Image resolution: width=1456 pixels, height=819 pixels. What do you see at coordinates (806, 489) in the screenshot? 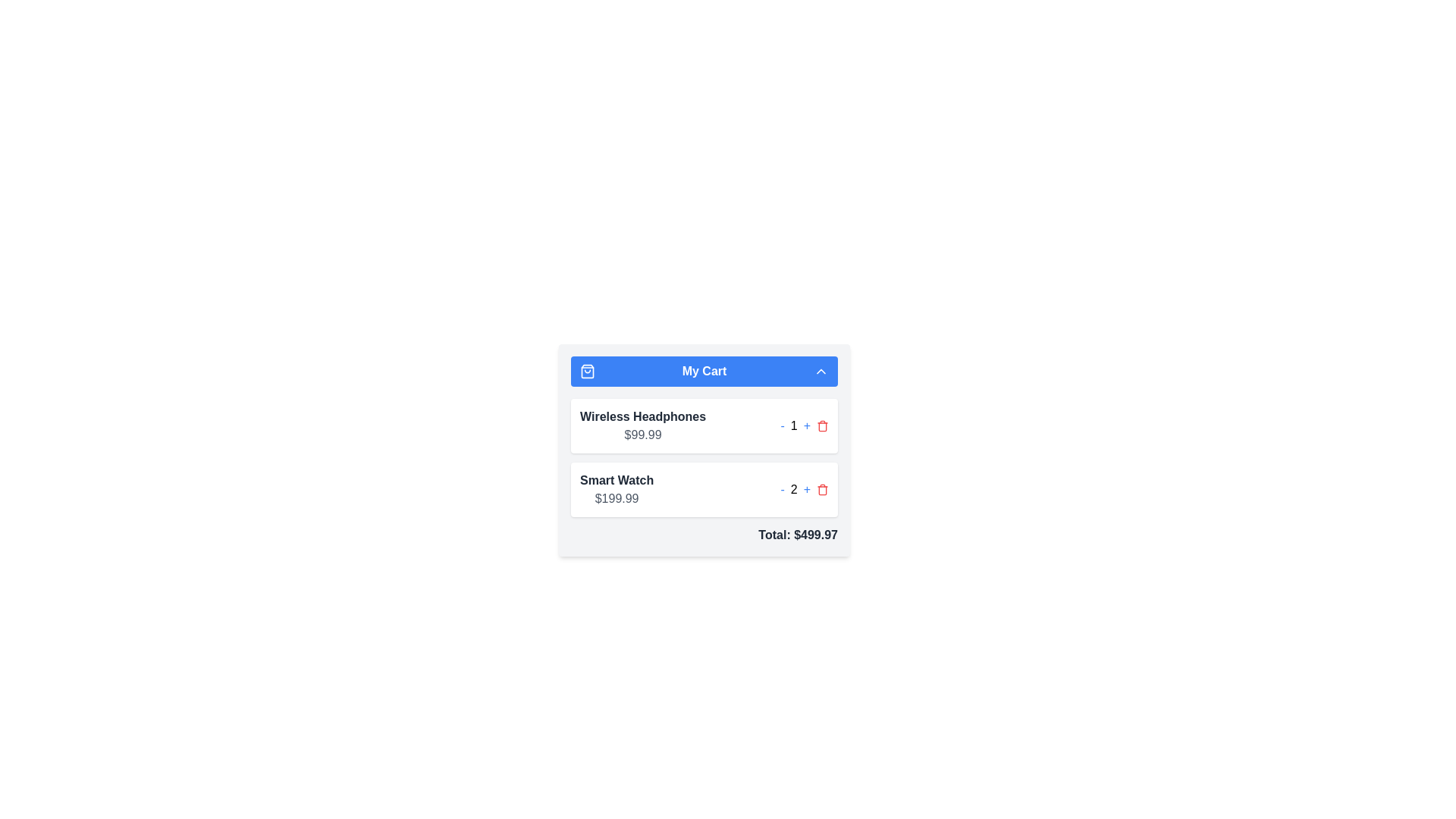
I see `the increment button for the Smart Watch item in the shopping cart to increase its quantity by one` at bounding box center [806, 489].